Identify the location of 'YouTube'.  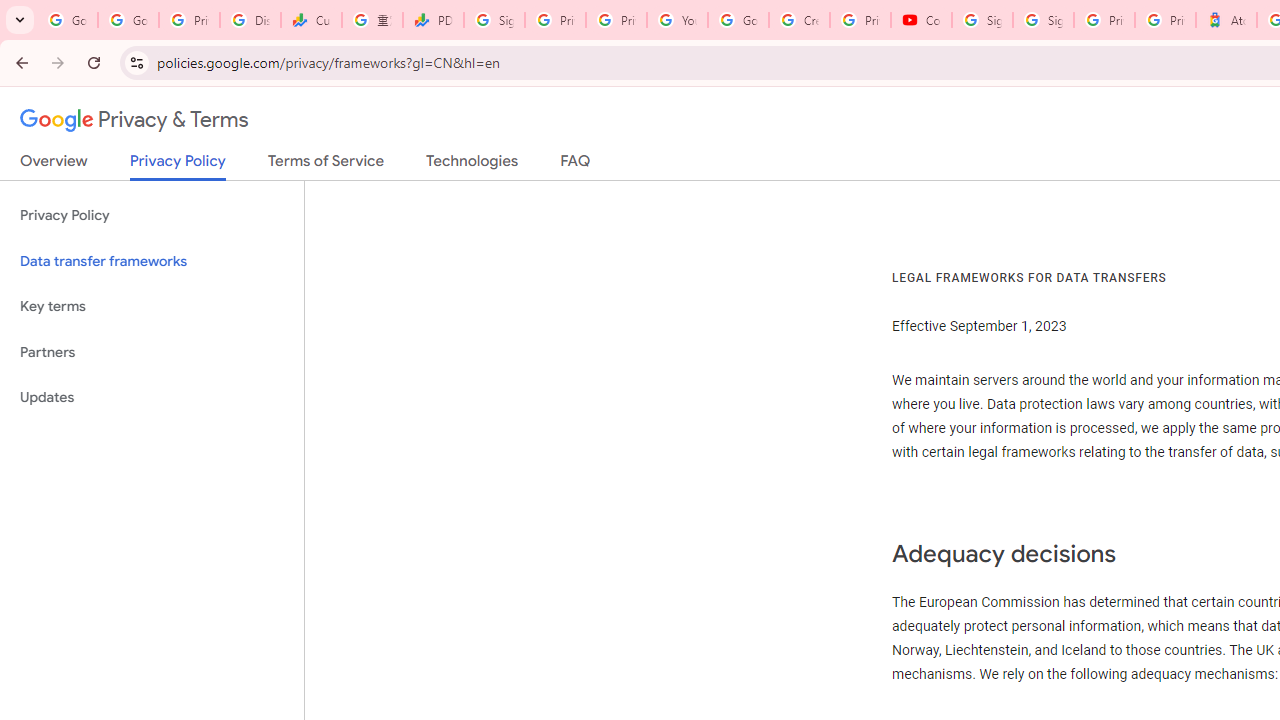
(677, 20).